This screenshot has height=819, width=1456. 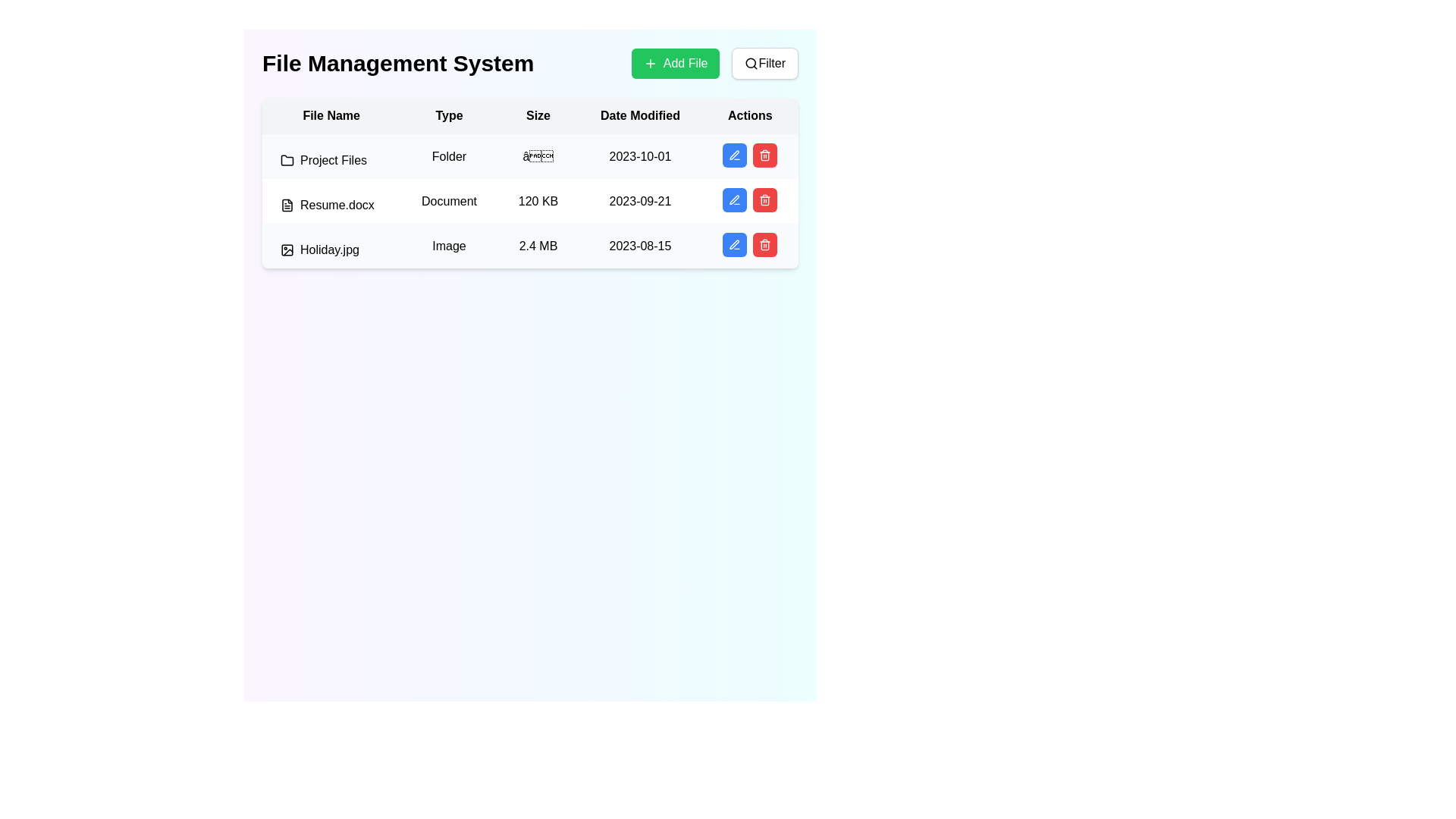 What do you see at coordinates (765, 244) in the screenshot?
I see `the delete button icon for the file 'Holiday.jpg' in the last row of the table to potentially view a tooltip` at bounding box center [765, 244].